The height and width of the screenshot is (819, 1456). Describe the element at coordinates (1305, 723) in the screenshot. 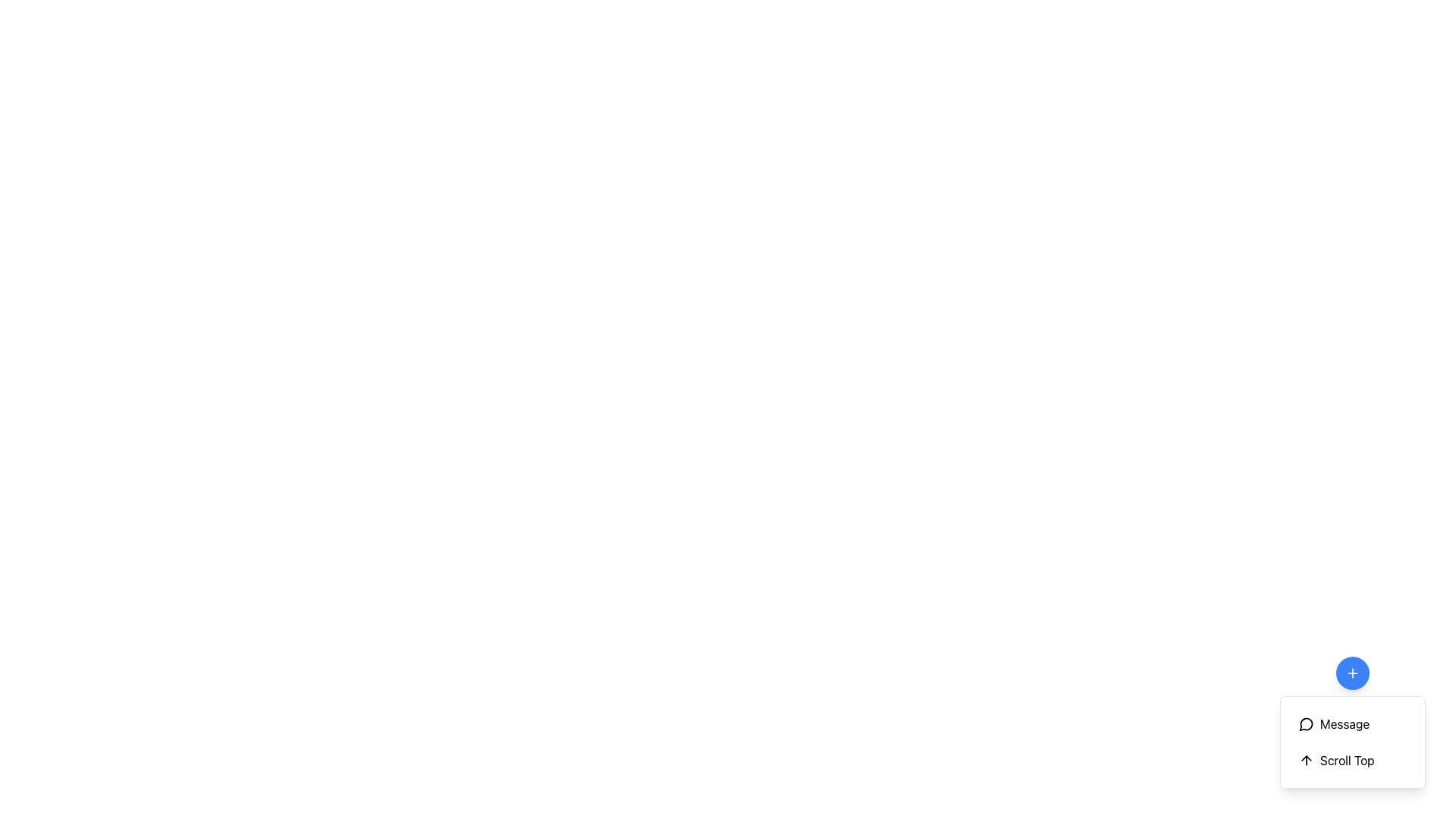

I see `the tail of the speech bubble icon located at the bottom-left portion of the icon, which is part of the messaging or comment function` at that location.